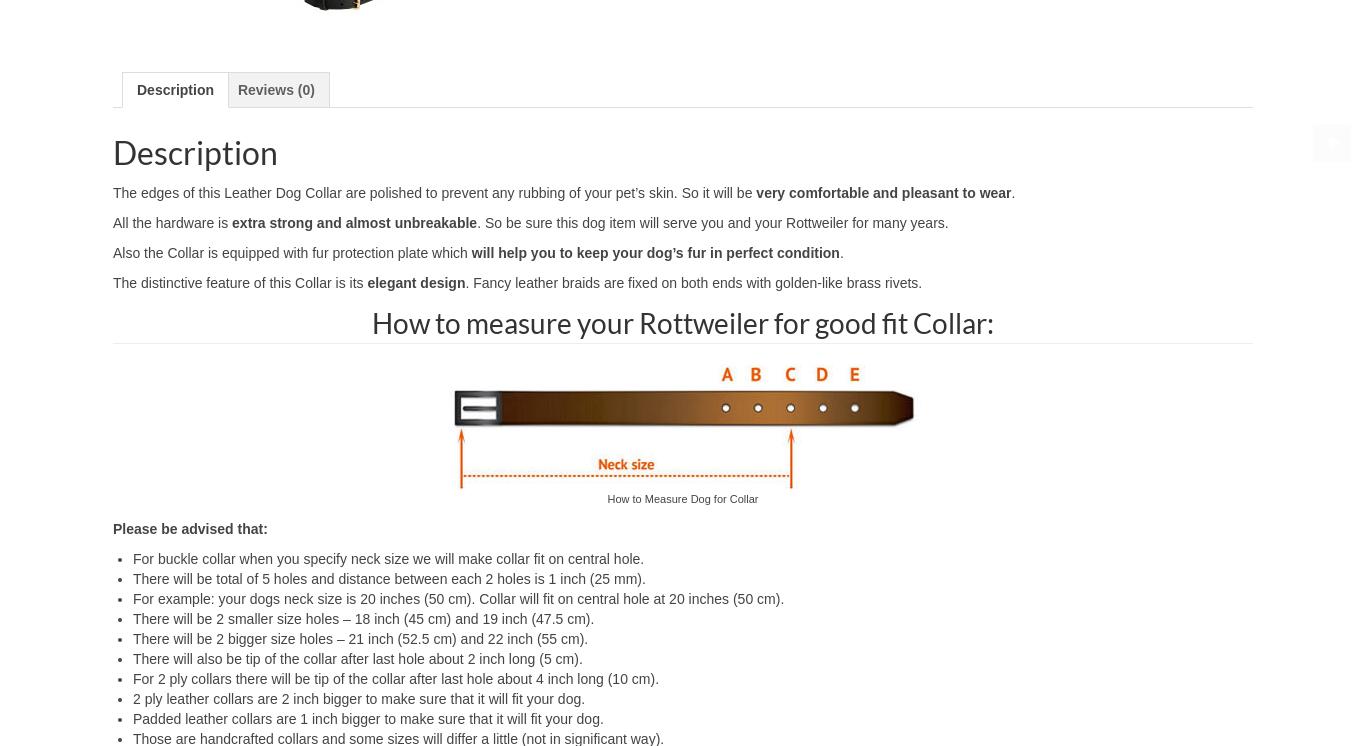 The height and width of the screenshot is (746, 1366). I want to click on 'extra strong and almost unbreakable', so click(231, 221).